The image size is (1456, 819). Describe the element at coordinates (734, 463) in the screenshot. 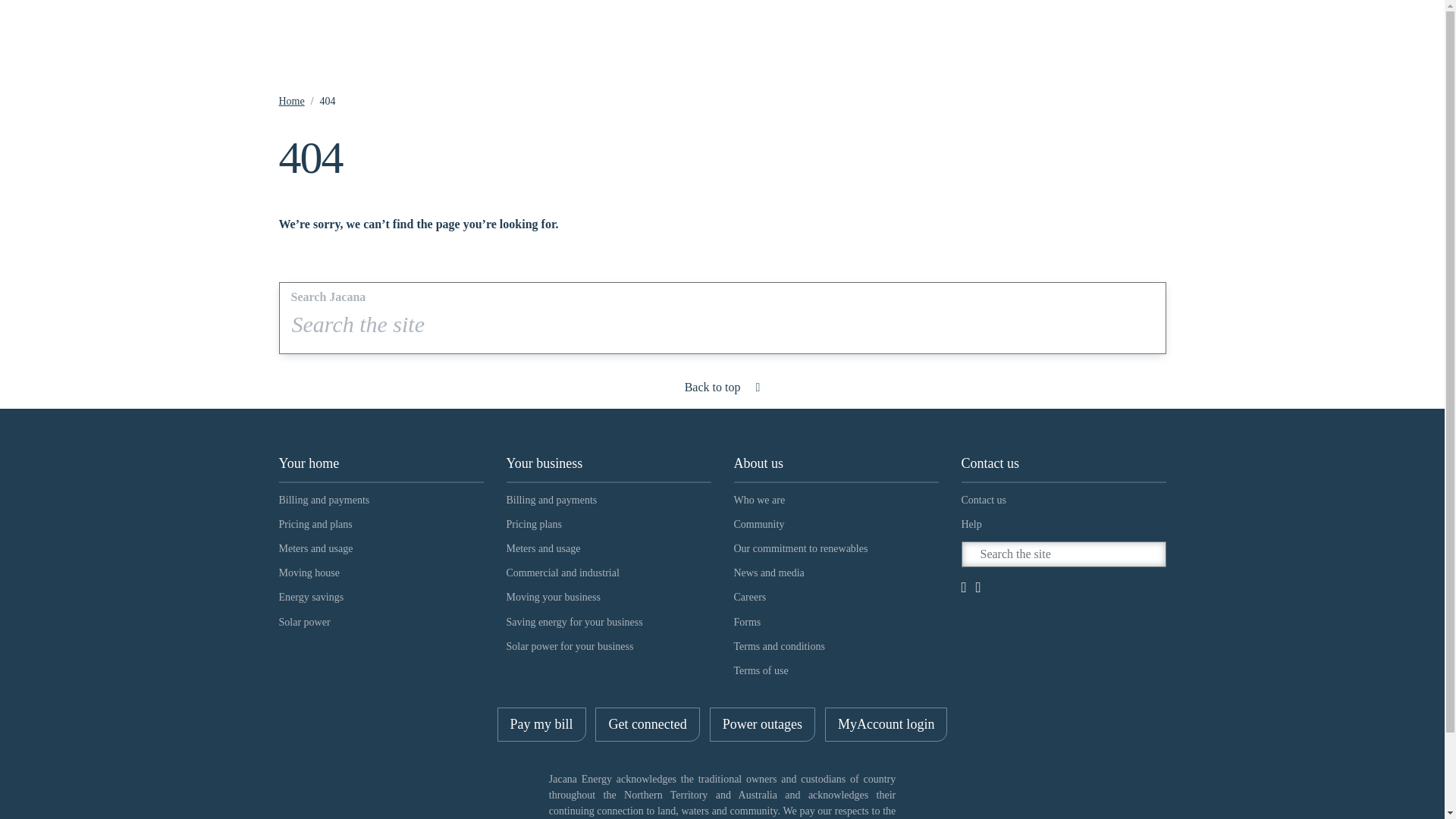

I see `'About us'` at that location.